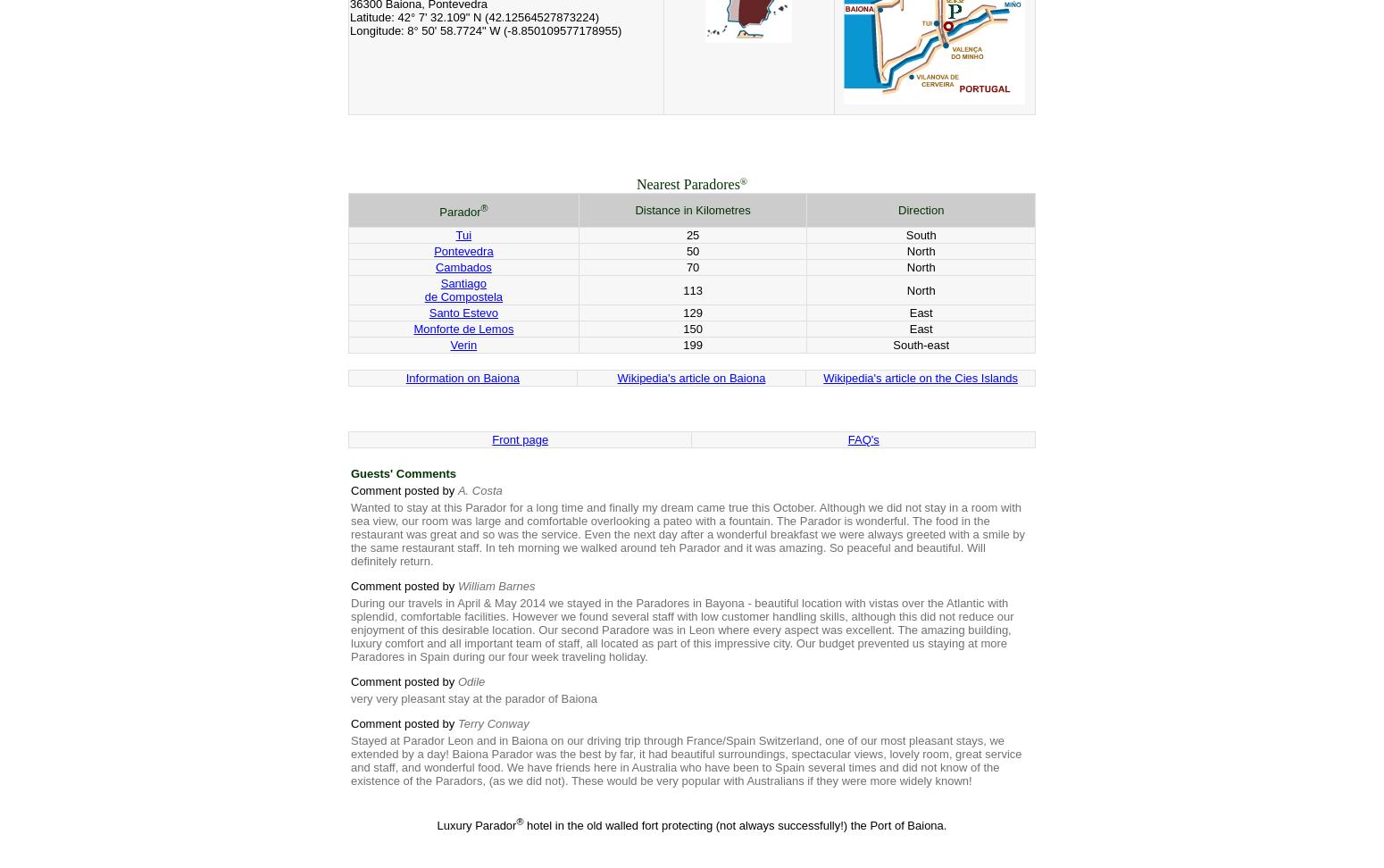 Image resolution: width=1384 pixels, height=868 pixels. What do you see at coordinates (403, 473) in the screenshot?
I see `'Guests' Comments'` at bounding box center [403, 473].